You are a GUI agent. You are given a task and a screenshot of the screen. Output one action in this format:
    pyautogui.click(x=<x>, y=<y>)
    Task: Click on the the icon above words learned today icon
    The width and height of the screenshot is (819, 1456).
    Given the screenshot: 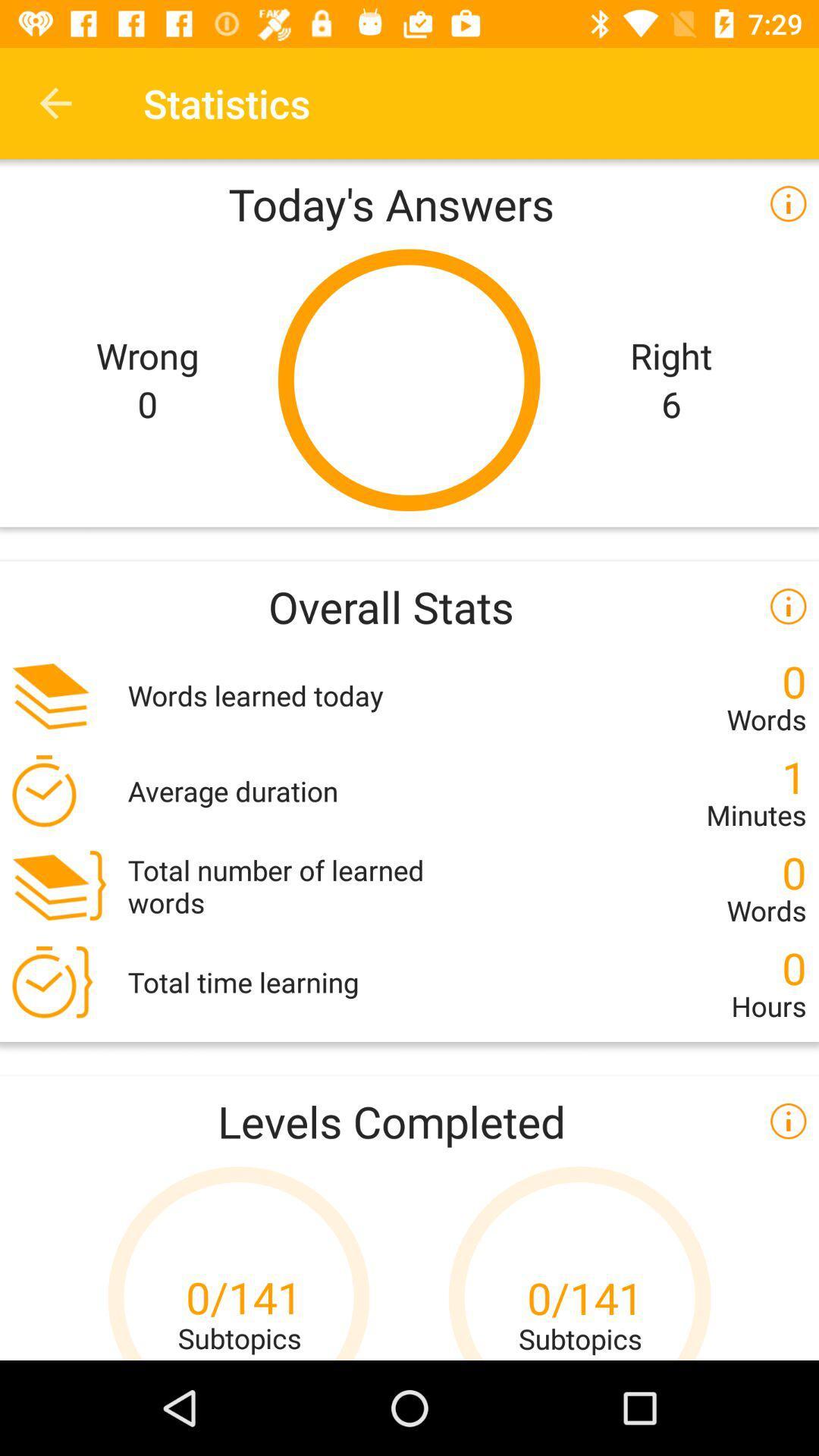 What is the action you would take?
    pyautogui.click(x=409, y=605)
    